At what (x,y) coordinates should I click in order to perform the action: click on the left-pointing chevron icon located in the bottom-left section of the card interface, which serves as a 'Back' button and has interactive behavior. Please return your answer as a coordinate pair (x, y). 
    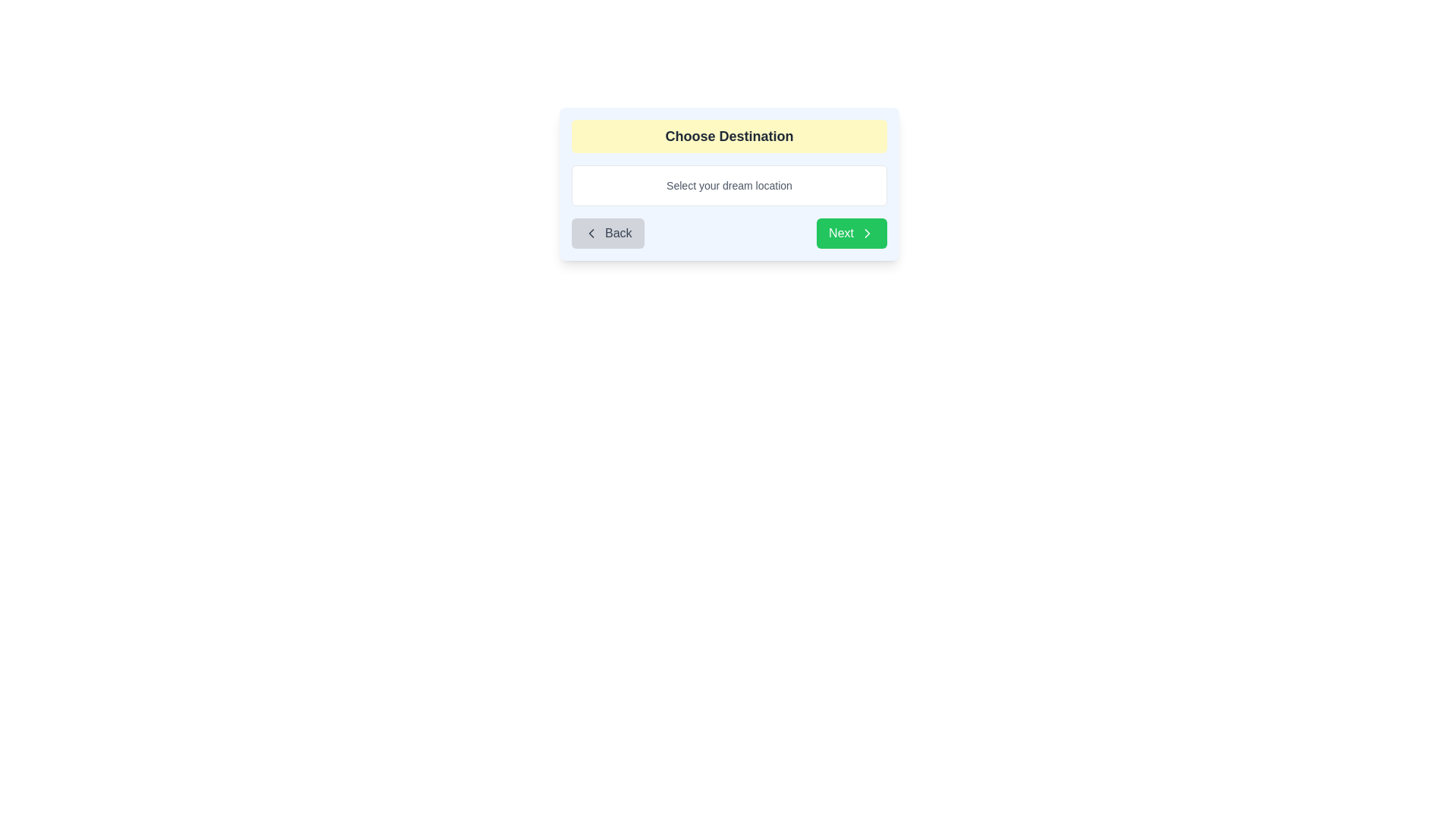
    Looking at the image, I should click on (590, 234).